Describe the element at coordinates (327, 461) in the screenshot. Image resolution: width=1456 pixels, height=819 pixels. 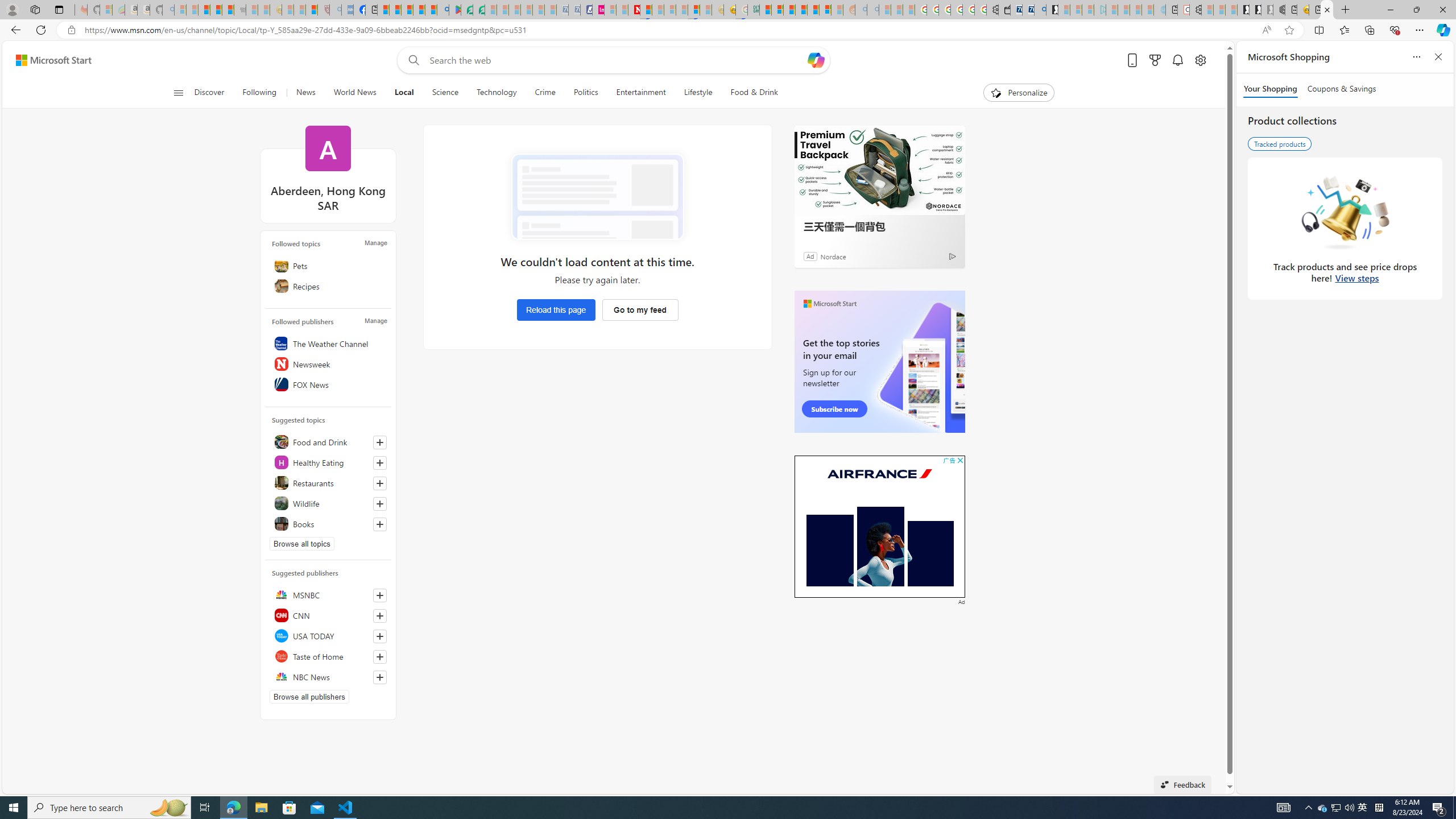
I see `'Healthy Eating'` at that location.